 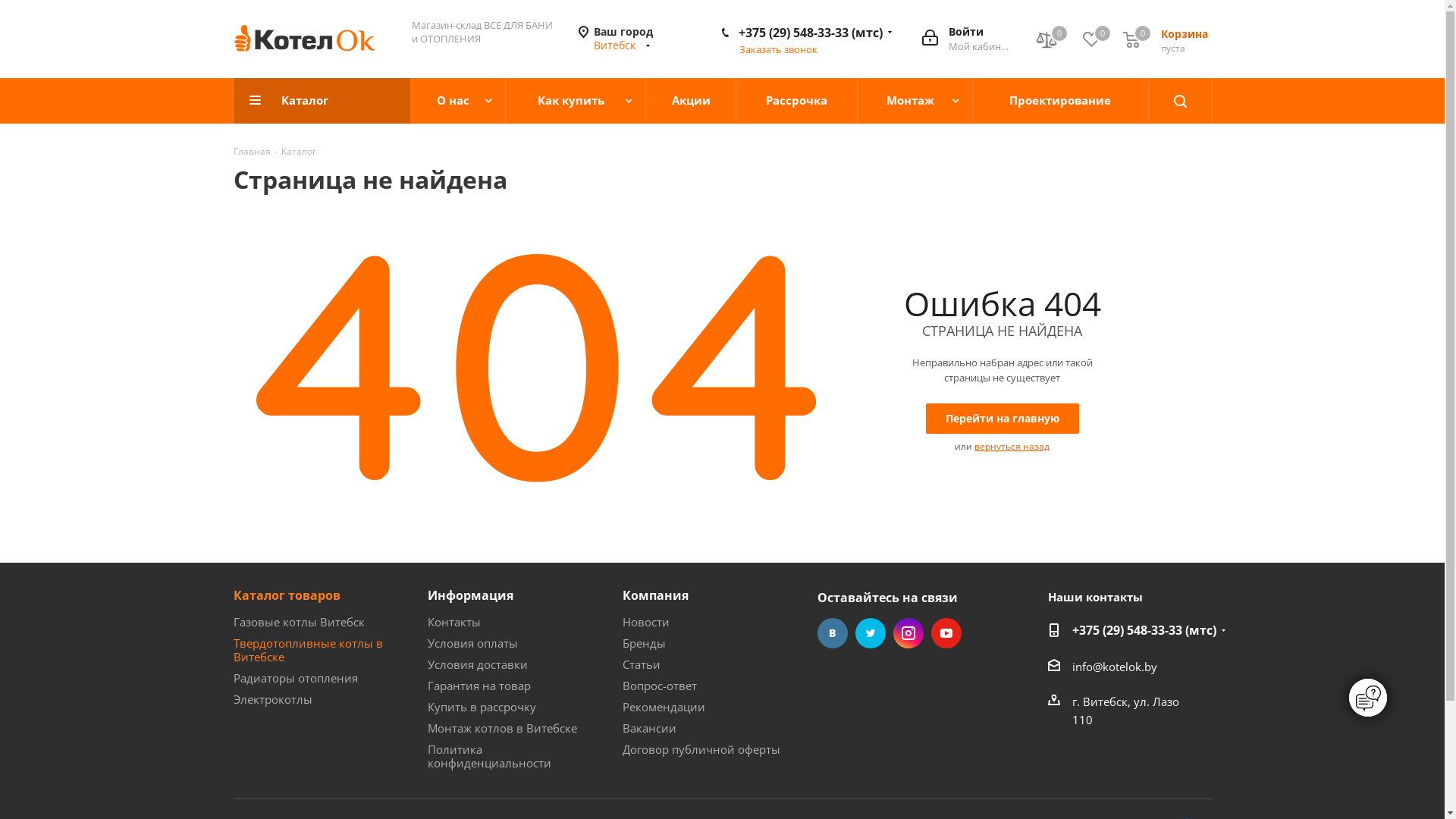 What do you see at coordinates (870, 632) in the screenshot?
I see `'Twitter'` at bounding box center [870, 632].